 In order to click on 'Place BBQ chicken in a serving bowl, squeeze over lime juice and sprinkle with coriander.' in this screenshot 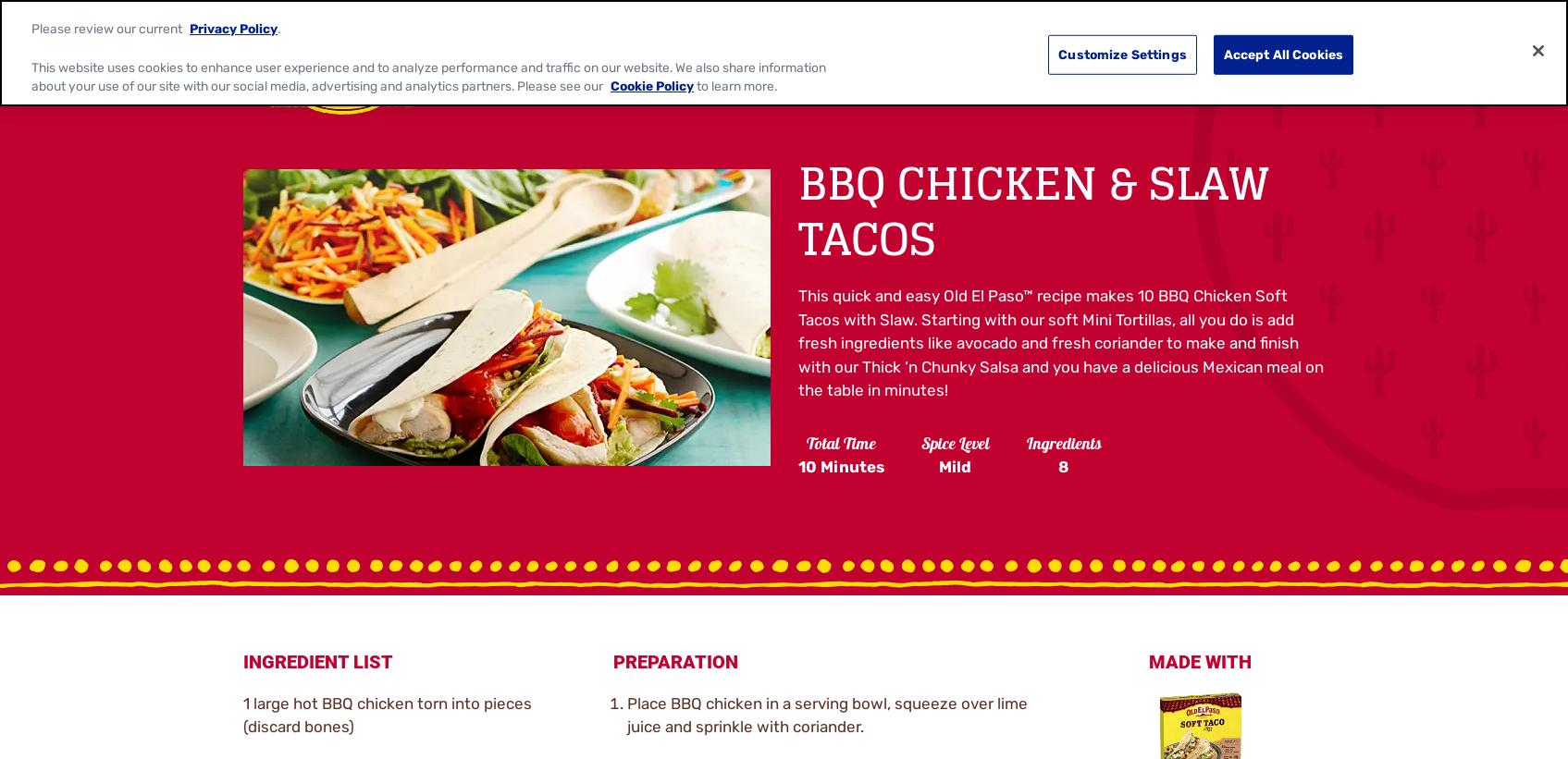, I will do `click(825, 713)`.